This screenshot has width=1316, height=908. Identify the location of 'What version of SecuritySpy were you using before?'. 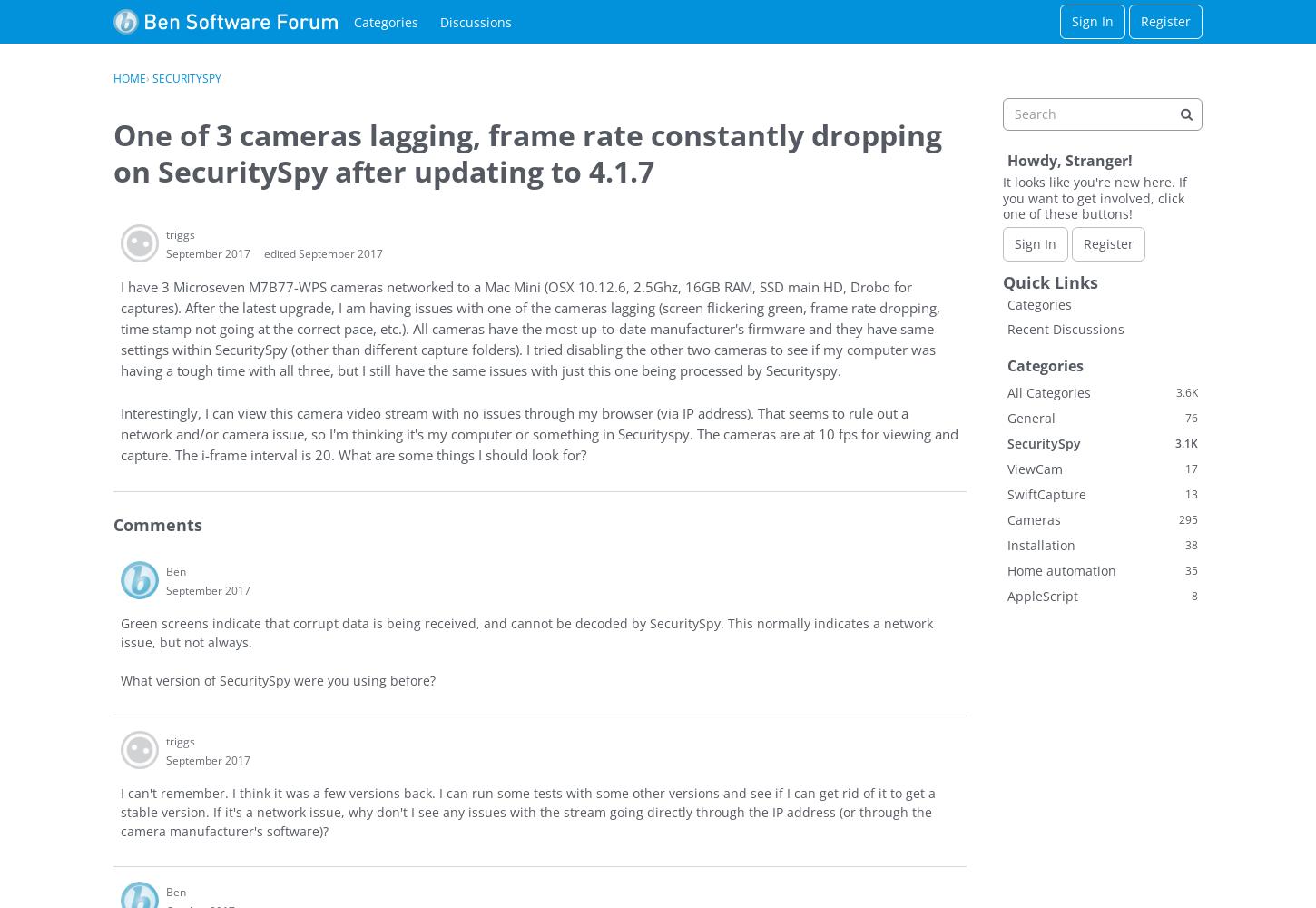
(278, 678).